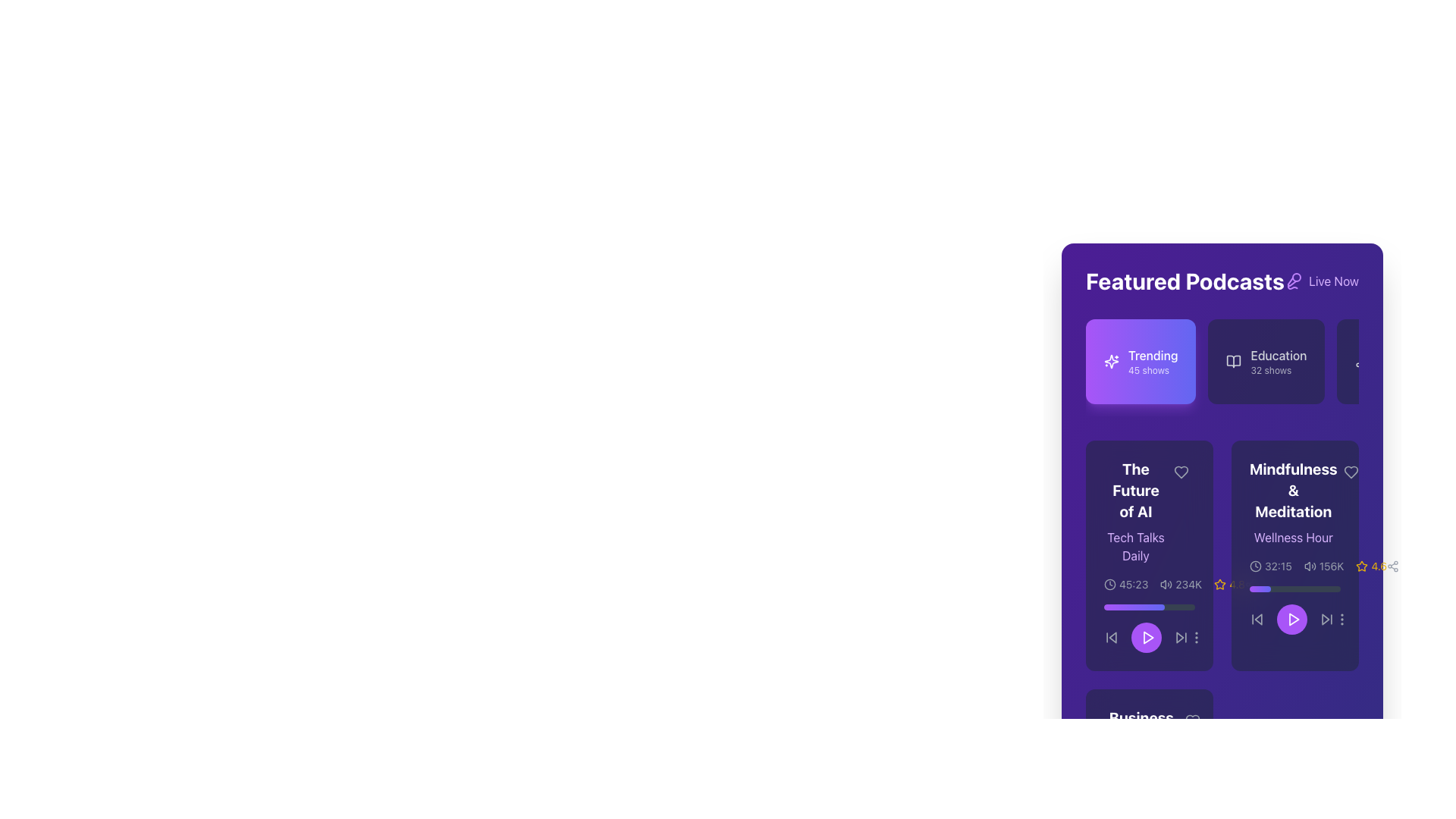 This screenshot has height=819, width=1456. Describe the element at coordinates (1147, 637) in the screenshot. I see `the play button icon located at the bottom center of the podcast card titled 'The Future of AI' to focus on it` at that location.